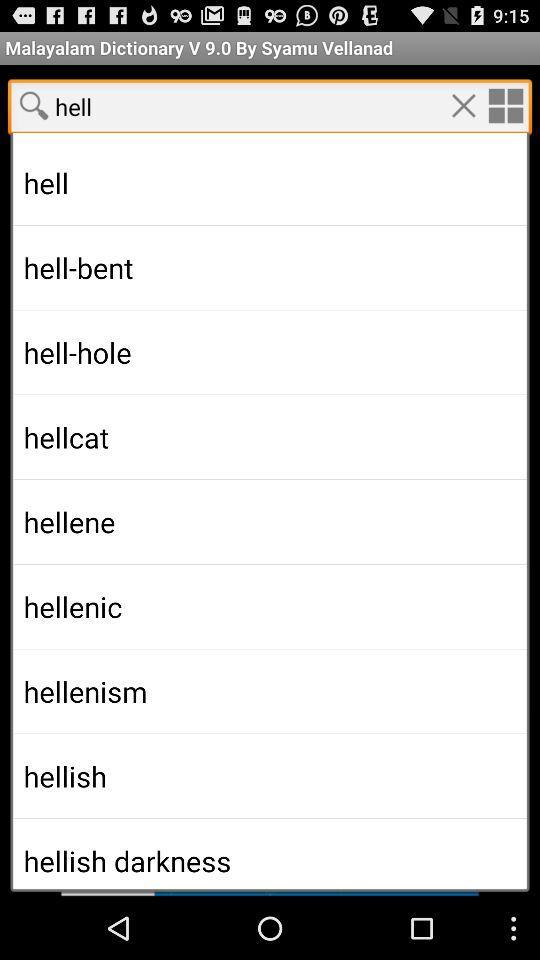 The width and height of the screenshot is (540, 960). Describe the element at coordinates (463, 105) in the screenshot. I see `clear all typing` at that location.